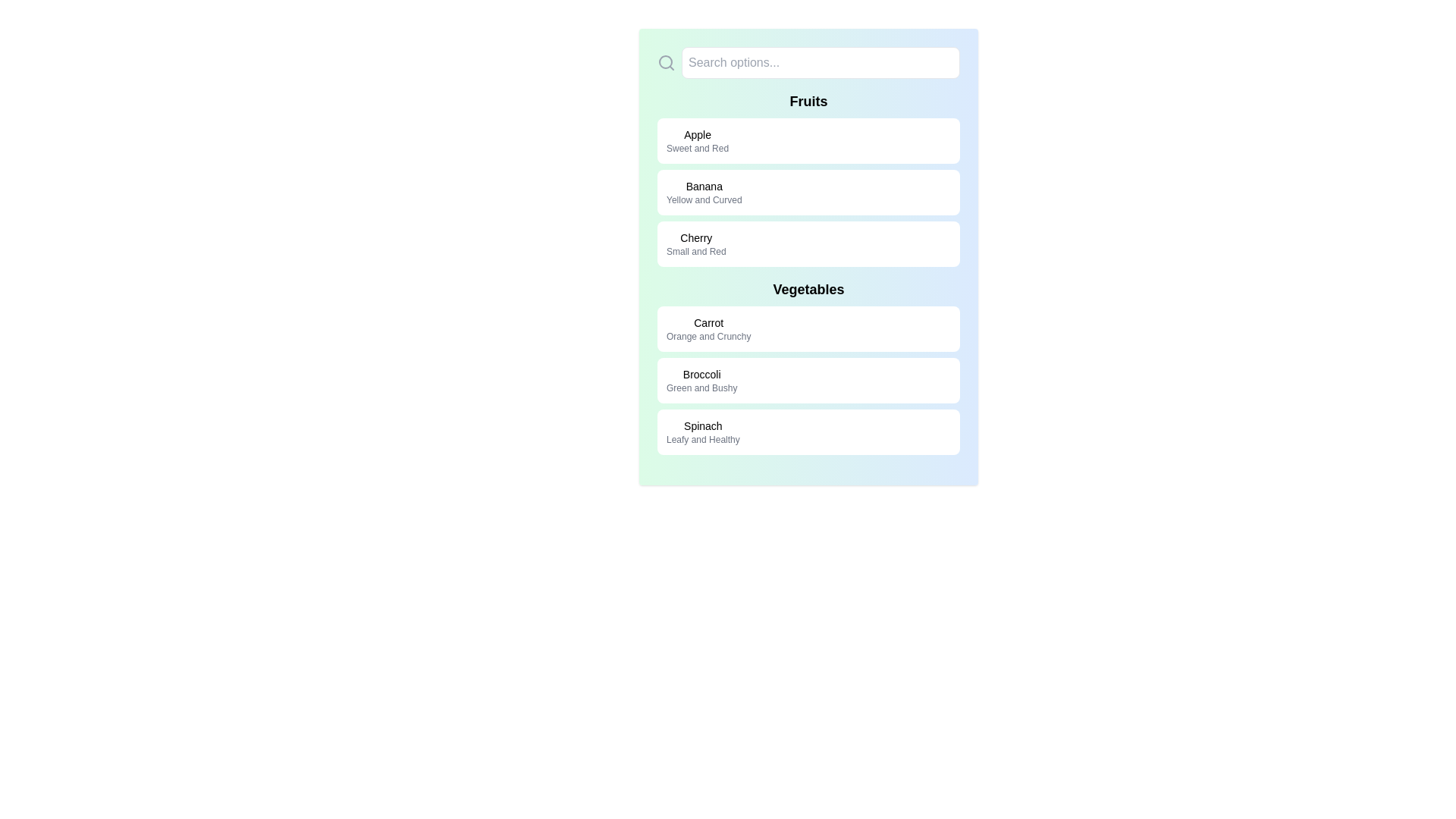 The image size is (1456, 819). What do you see at coordinates (708, 328) in the screenshot?
I see `the text label for 'Carrot' that provides the description 'Orange and Crunchy'` at bounding box center [708, 328].